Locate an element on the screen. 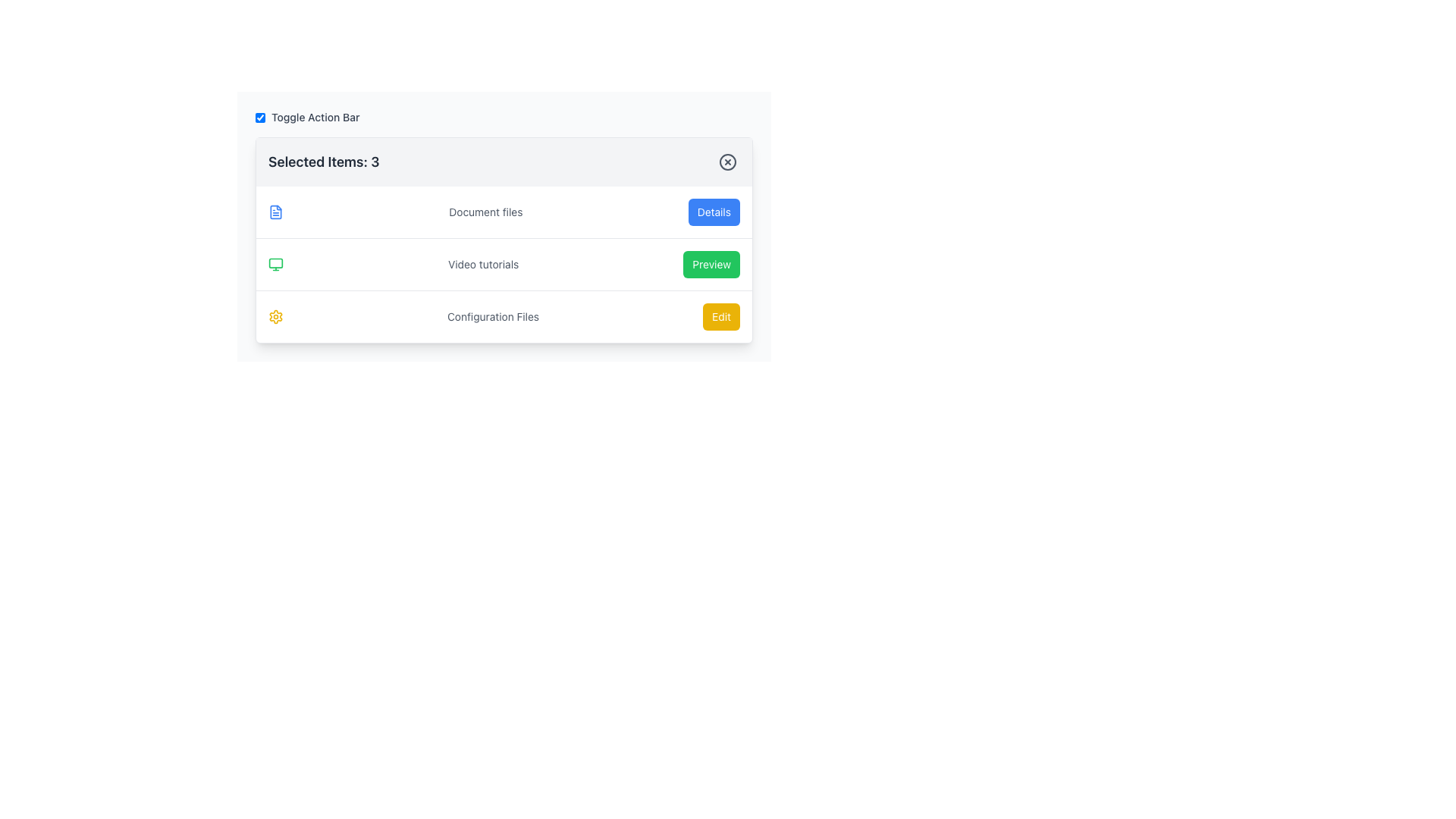 Image resolution: width=1456 pixels, height=819 pixels. the text label located in the third row of the list, positioned to the right of a yellow gear-shaped icon and to the left of a yellow 'Edit' button is located at coordinates (493, 315).